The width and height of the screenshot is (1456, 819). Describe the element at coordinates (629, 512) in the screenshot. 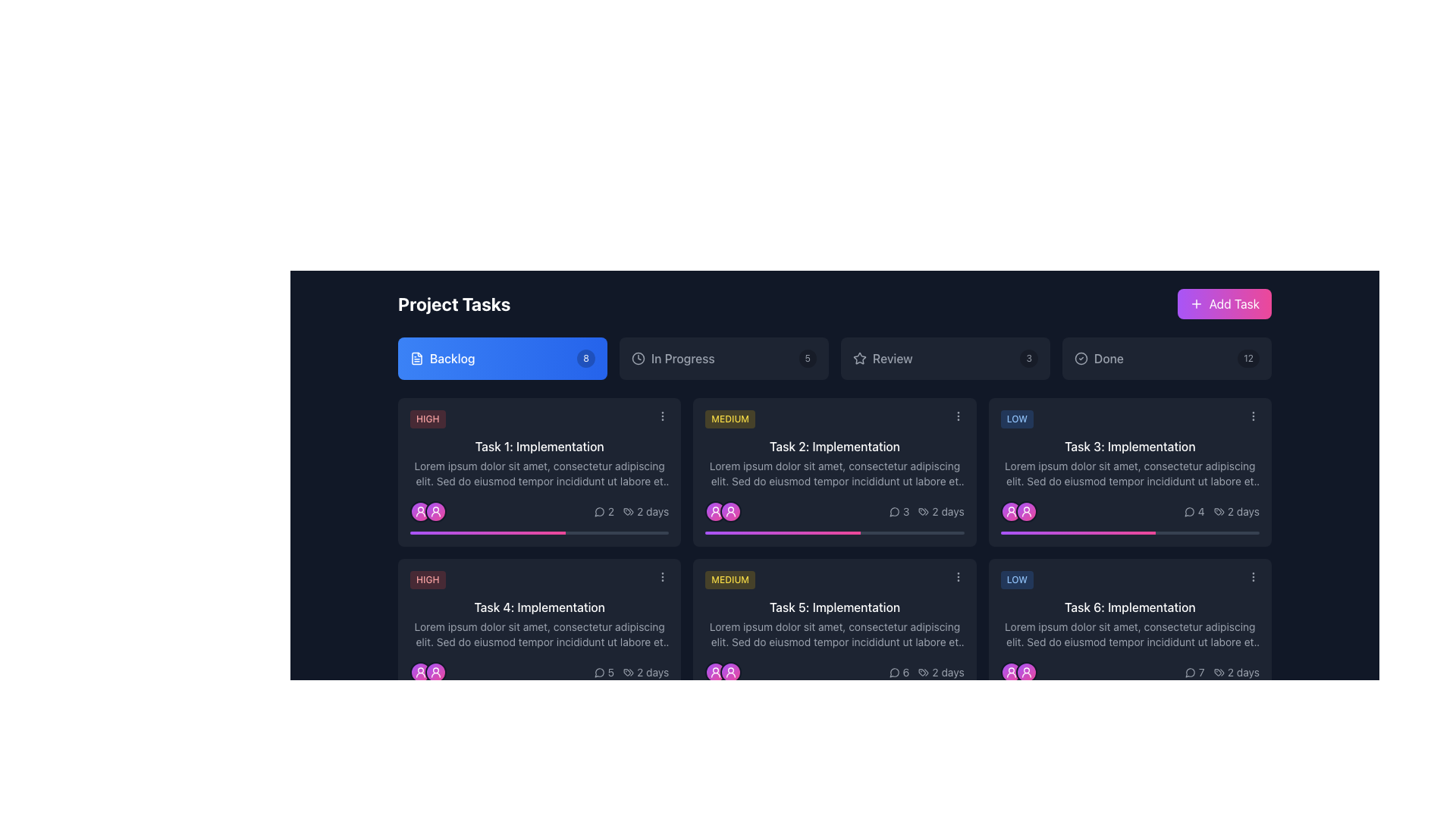

I see `the icon that represents tags or labels associated with the task card, located to the left of the textual label '2 days' in the bottom-right corner of the task card` at that location.